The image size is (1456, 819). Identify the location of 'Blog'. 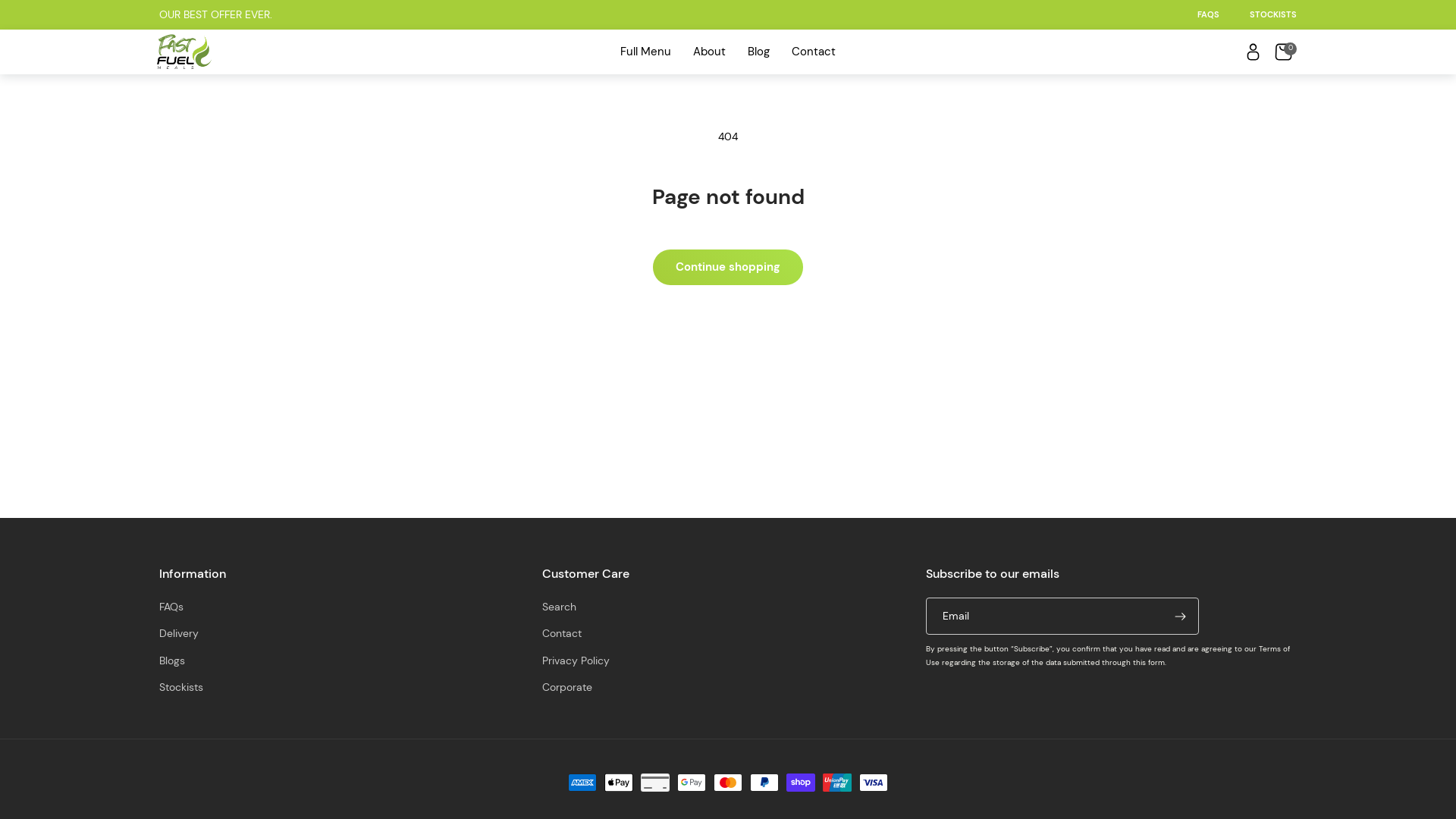
(758, 51).